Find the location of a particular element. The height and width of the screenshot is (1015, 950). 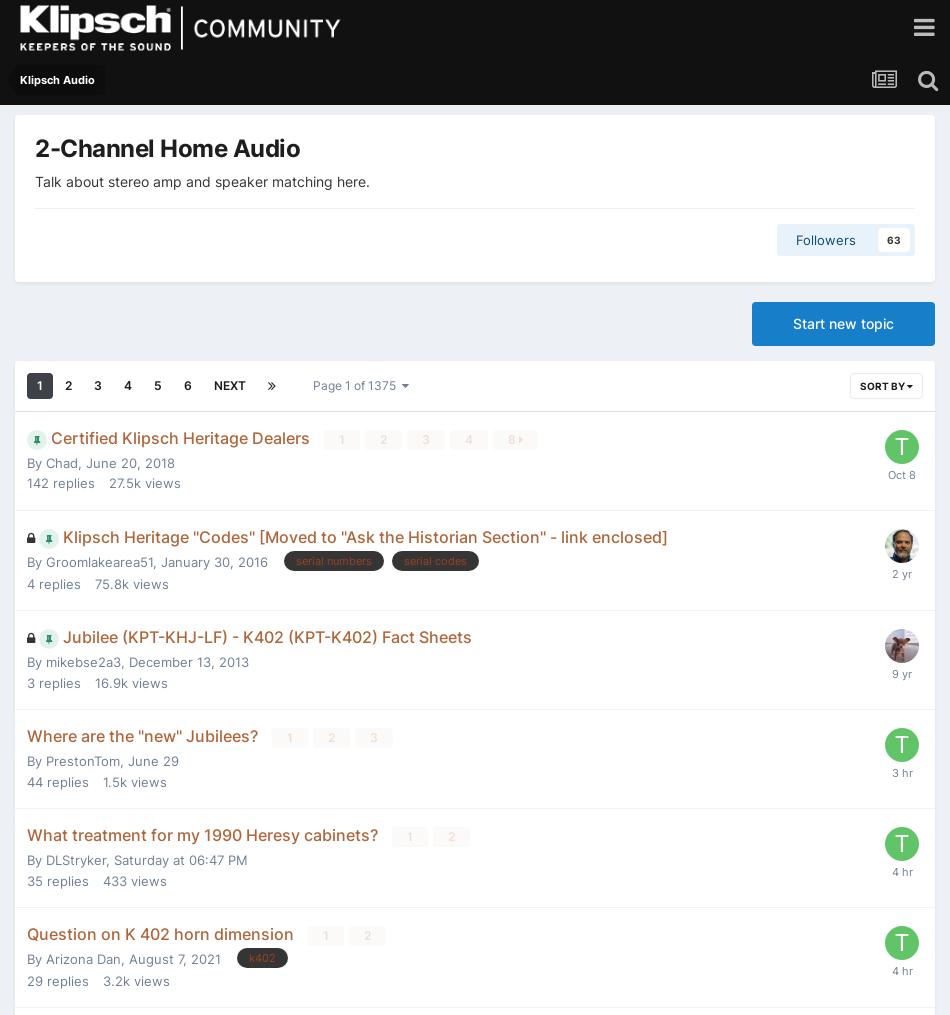

'63' is located at coordinates (893, 240).